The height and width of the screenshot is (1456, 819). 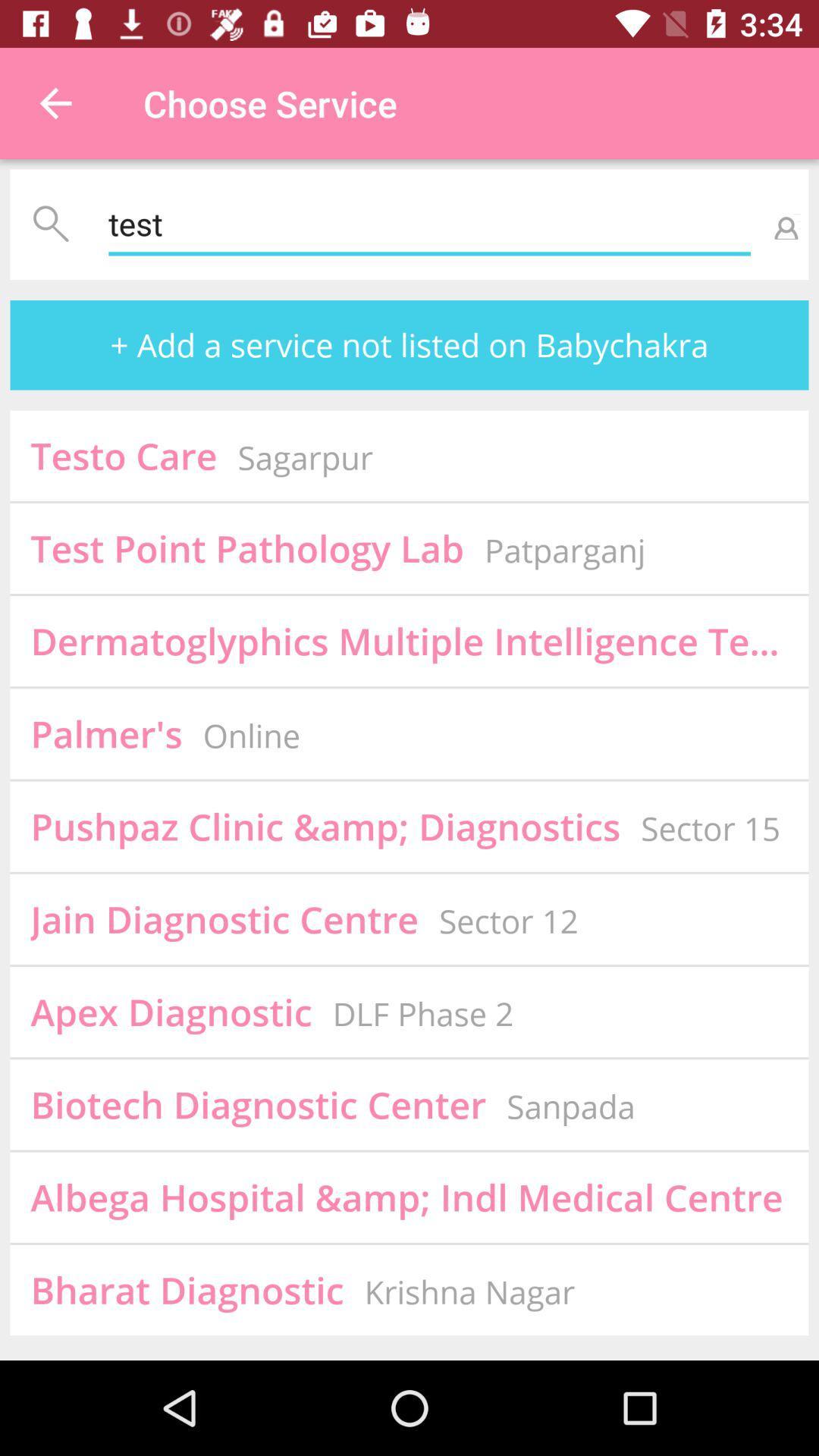 What do you see at coordinates (325, 826) in the screenshot?
I see `icon above jain diagnostic centre item` at bounding box center [325, 826].